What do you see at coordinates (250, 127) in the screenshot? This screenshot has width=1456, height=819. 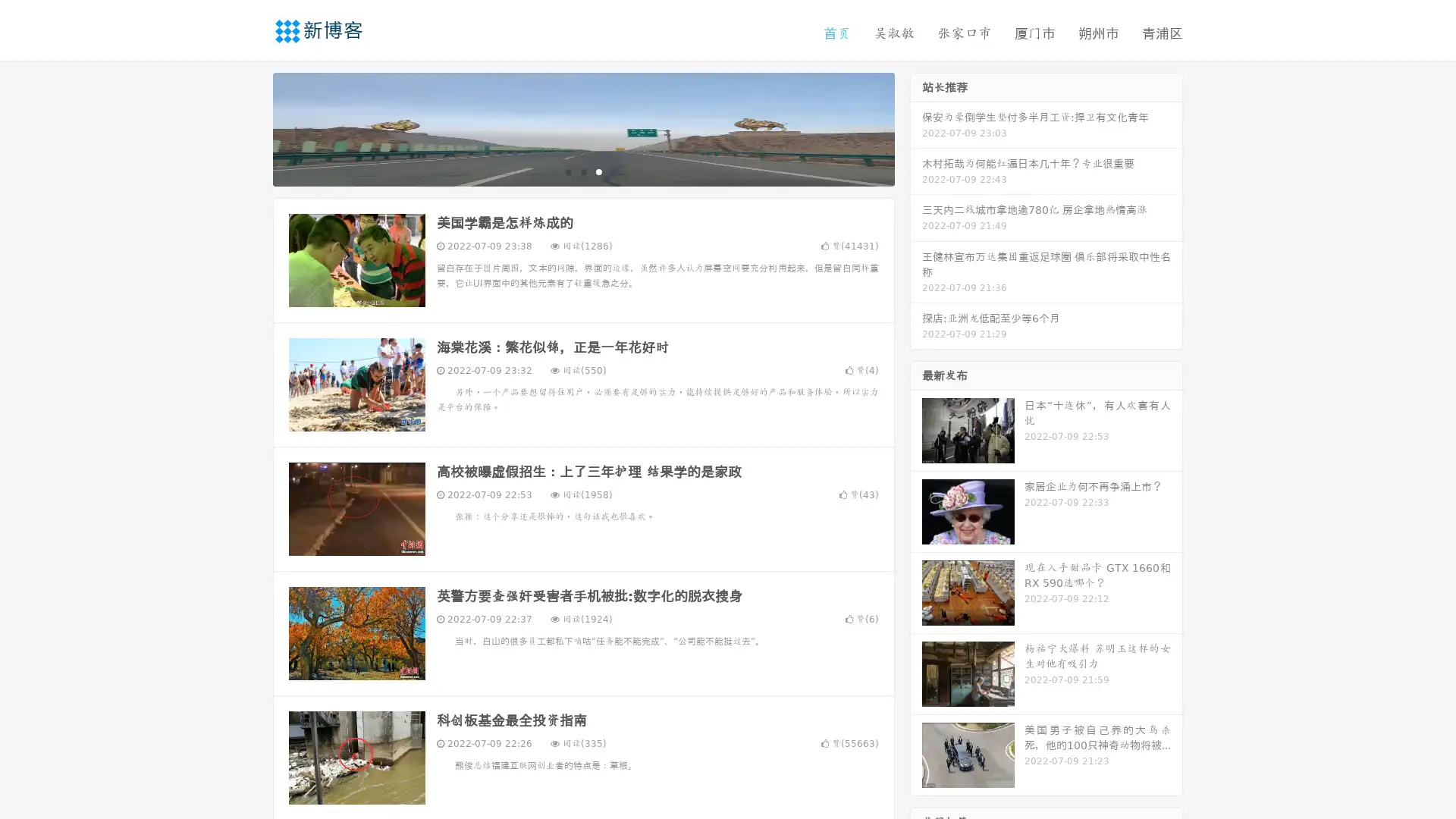 I see `Previous slide` at bounding box center [250, 127].